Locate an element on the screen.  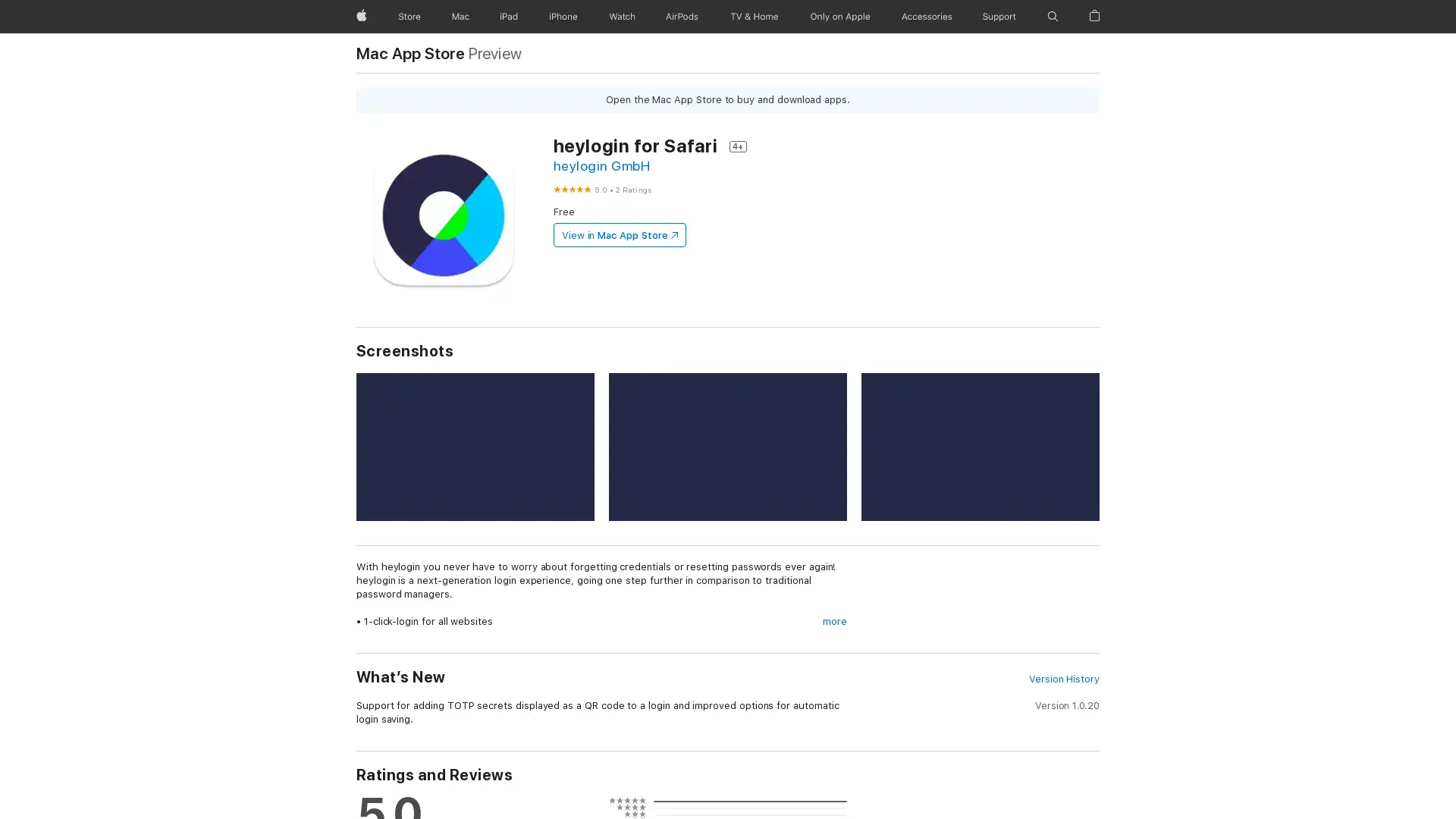
more is located at coordinates (833, 622).